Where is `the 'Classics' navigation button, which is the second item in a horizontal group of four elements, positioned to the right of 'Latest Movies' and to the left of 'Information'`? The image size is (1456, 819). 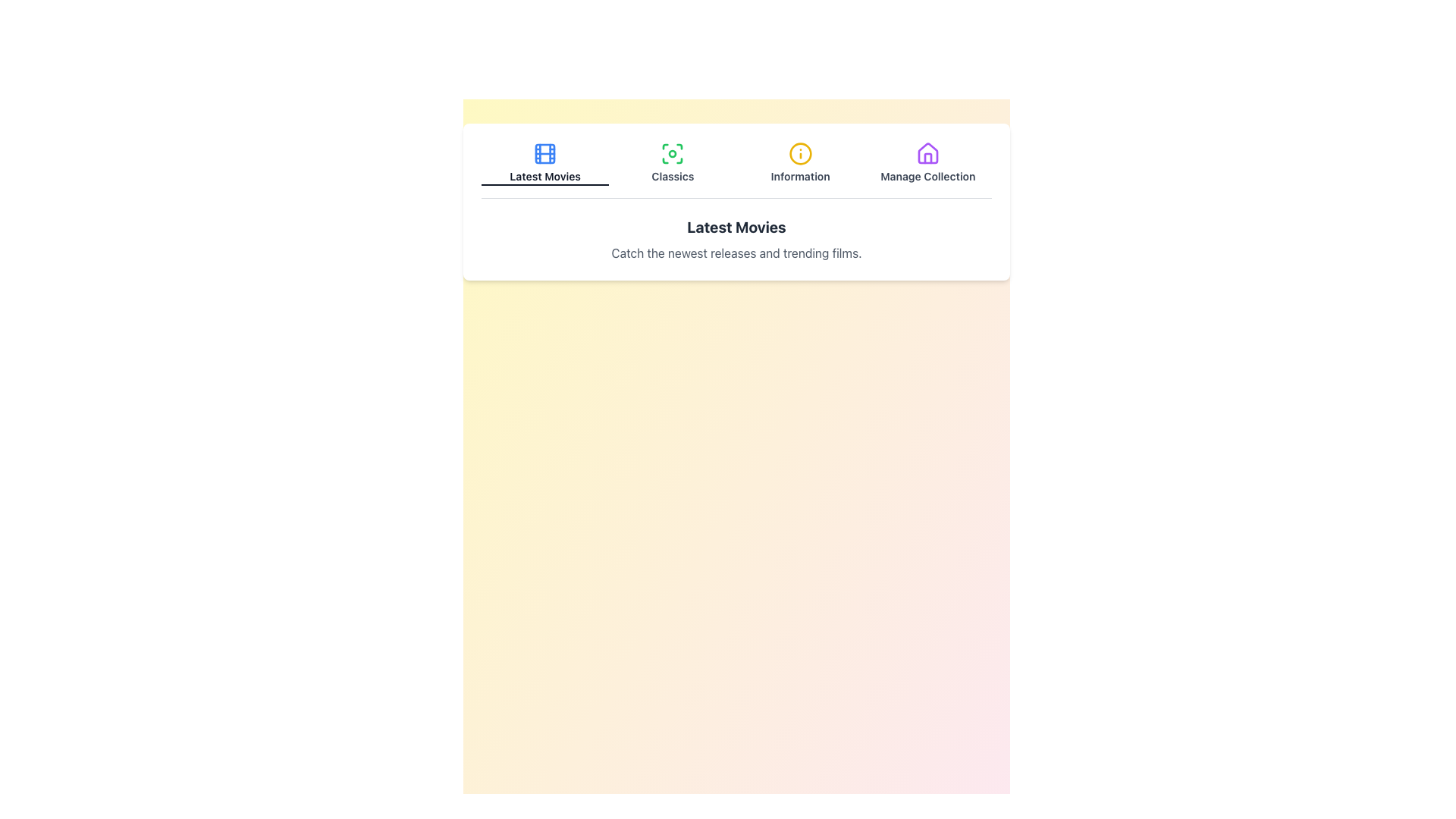 the 'Classics' navigation button, which is the second item in a horizontal group of four elements, positioned to the right of 'Latest Movies' and to the left of 'Information' is located at coordinates (672, 164).